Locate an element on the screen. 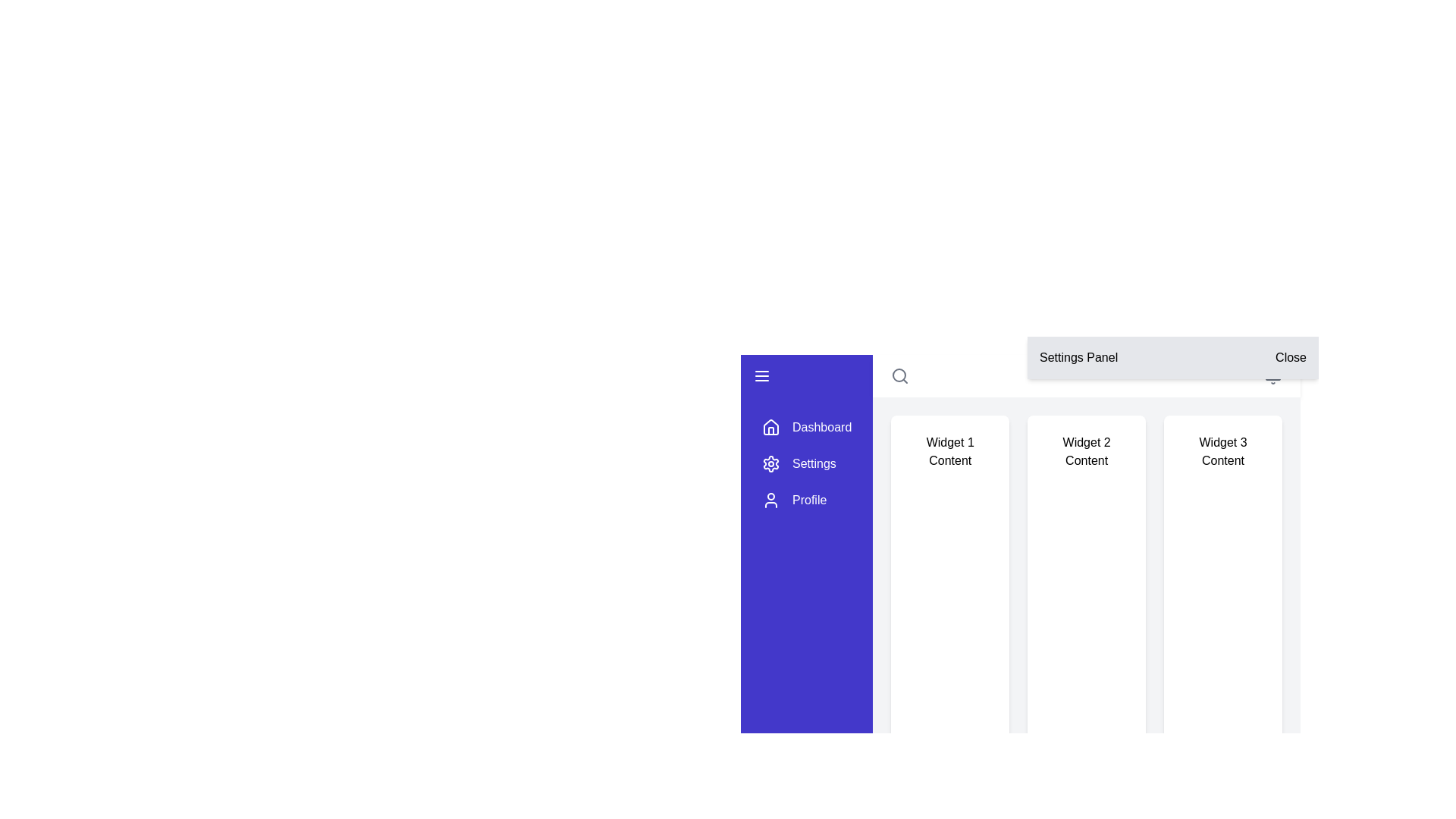  the second menu item in the navigation menu is located at coordinates (806, 463).